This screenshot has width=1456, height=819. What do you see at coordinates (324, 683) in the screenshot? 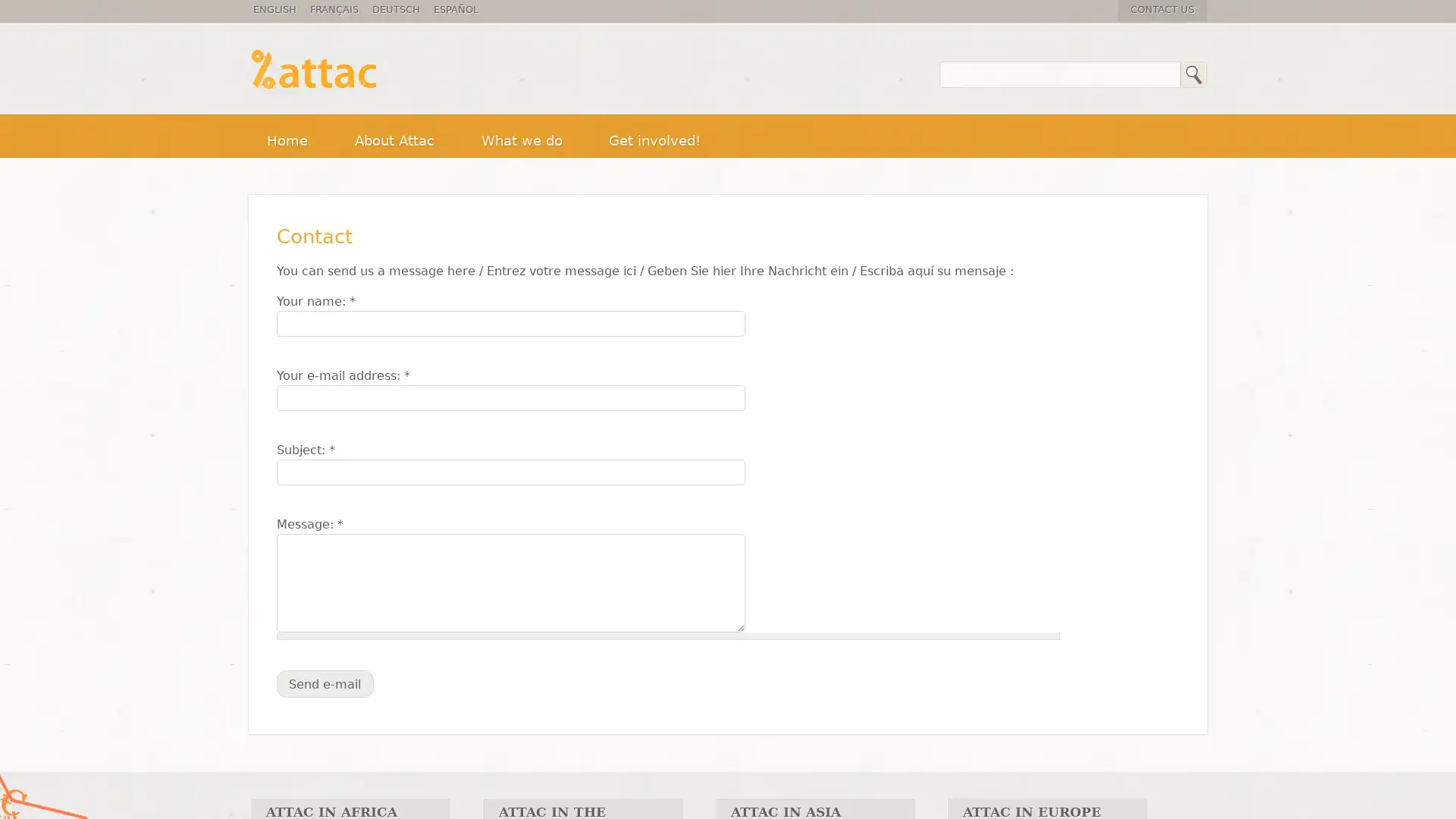
I see `Send e-mail` at bounding box center [324, 683].